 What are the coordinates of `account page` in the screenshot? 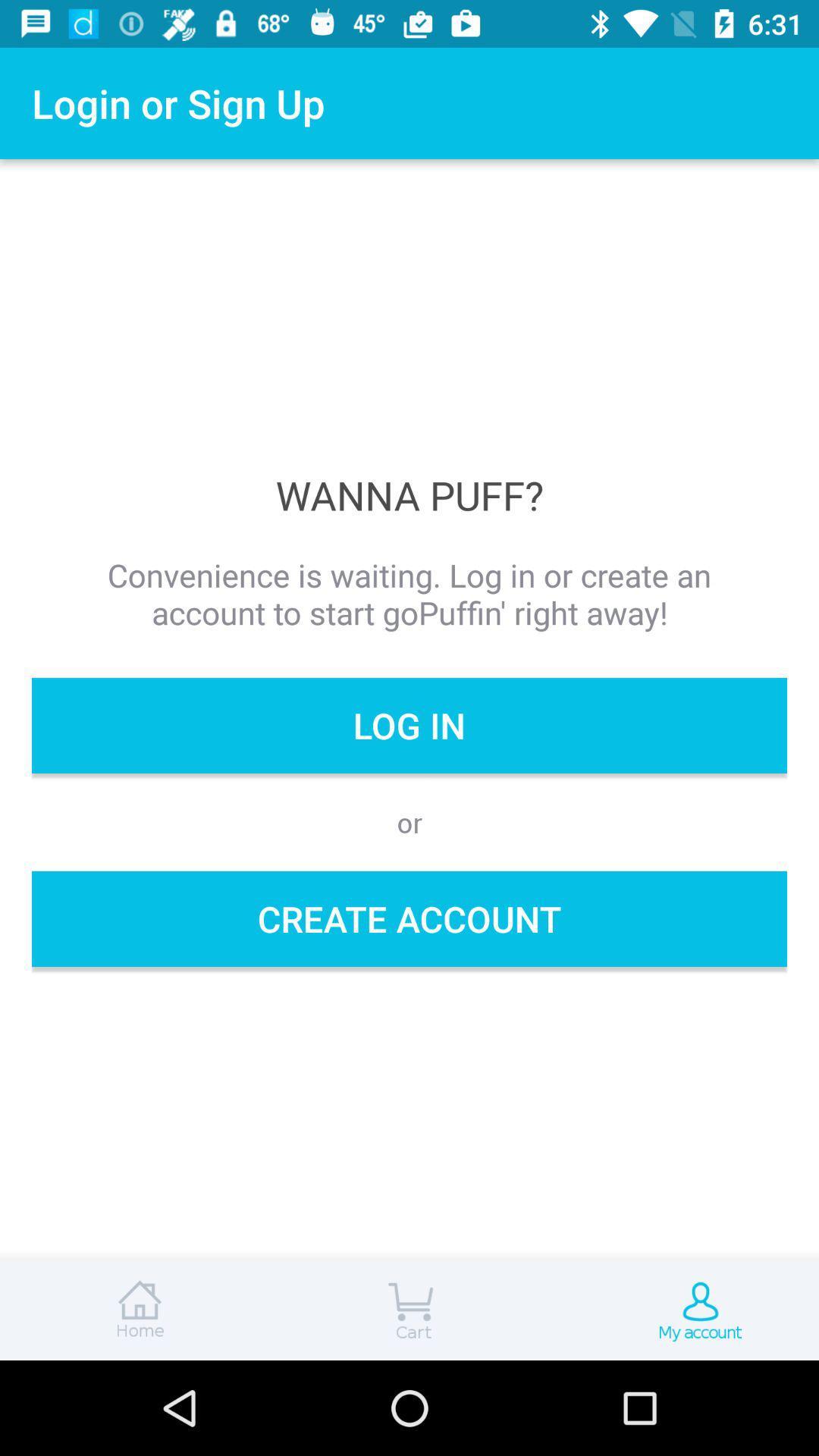 It's located at (681, 1310).